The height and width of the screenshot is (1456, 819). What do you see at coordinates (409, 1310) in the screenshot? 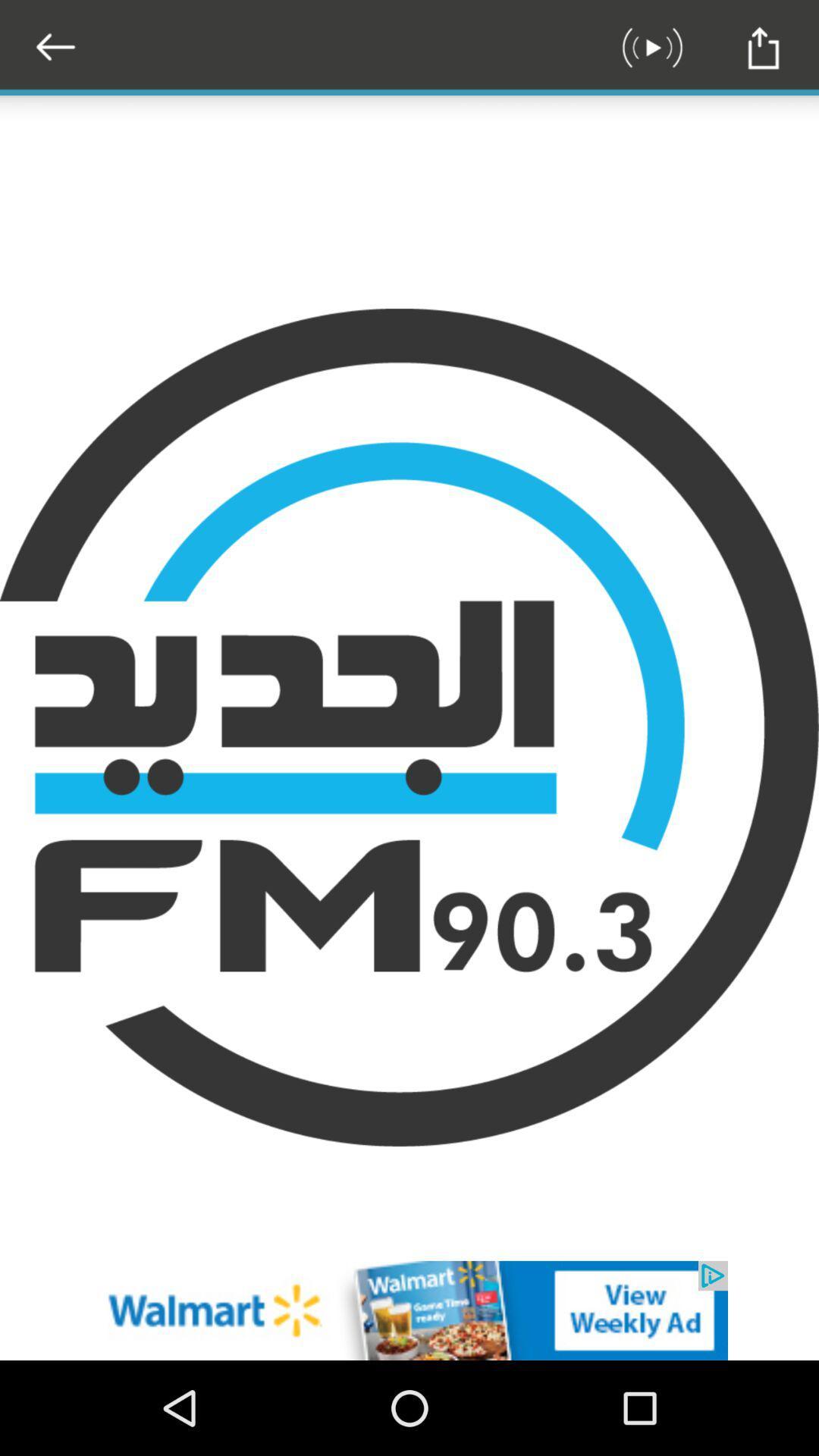
I see `advetisment page` at bounding box center [409, 1310].